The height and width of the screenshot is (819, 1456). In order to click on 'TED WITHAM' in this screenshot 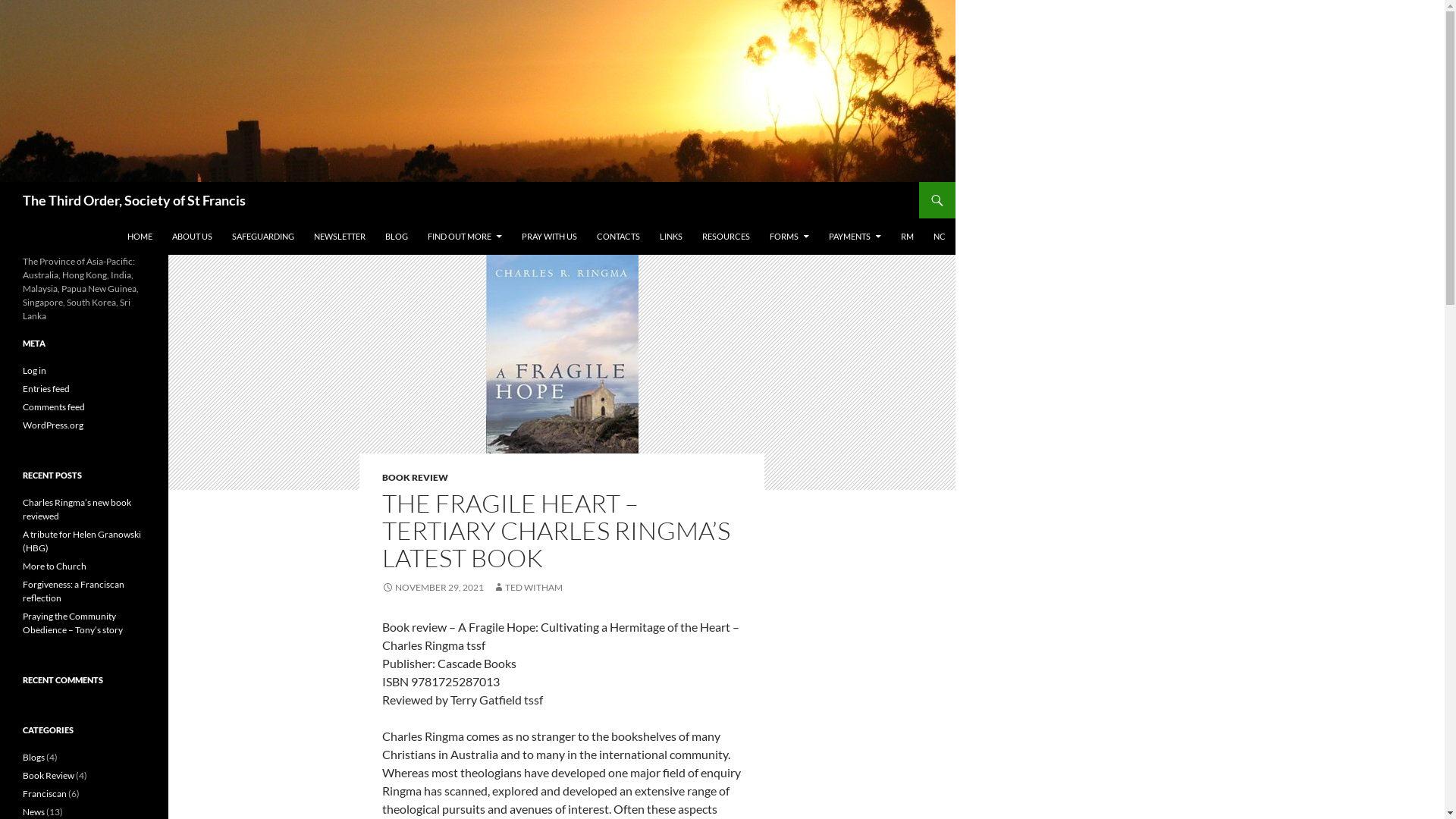, I will do `click(528, 586)`.